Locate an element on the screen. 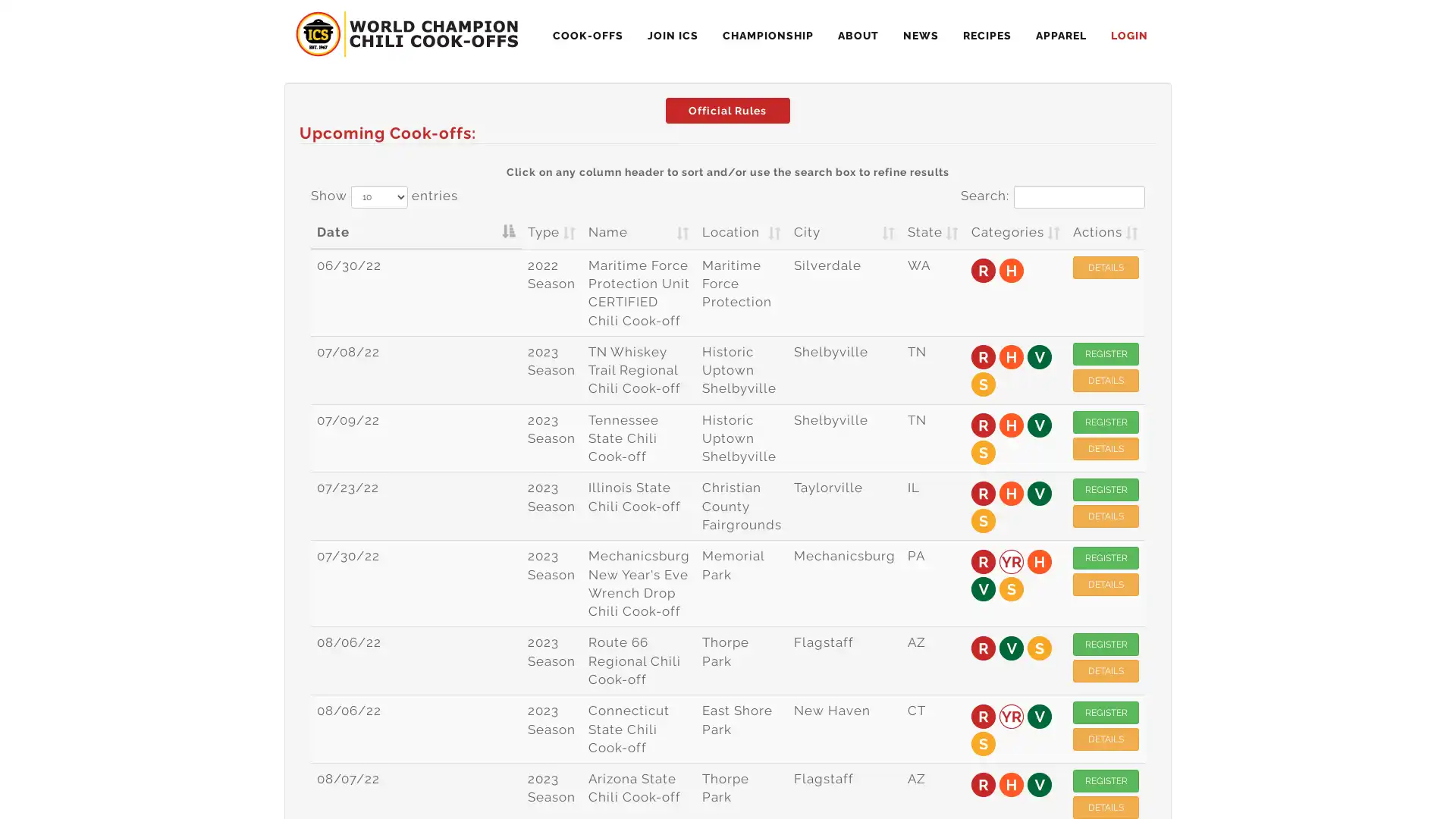 This screenshot has width=1456, height=819. DETAILS is located at coordinates (1106, 447).